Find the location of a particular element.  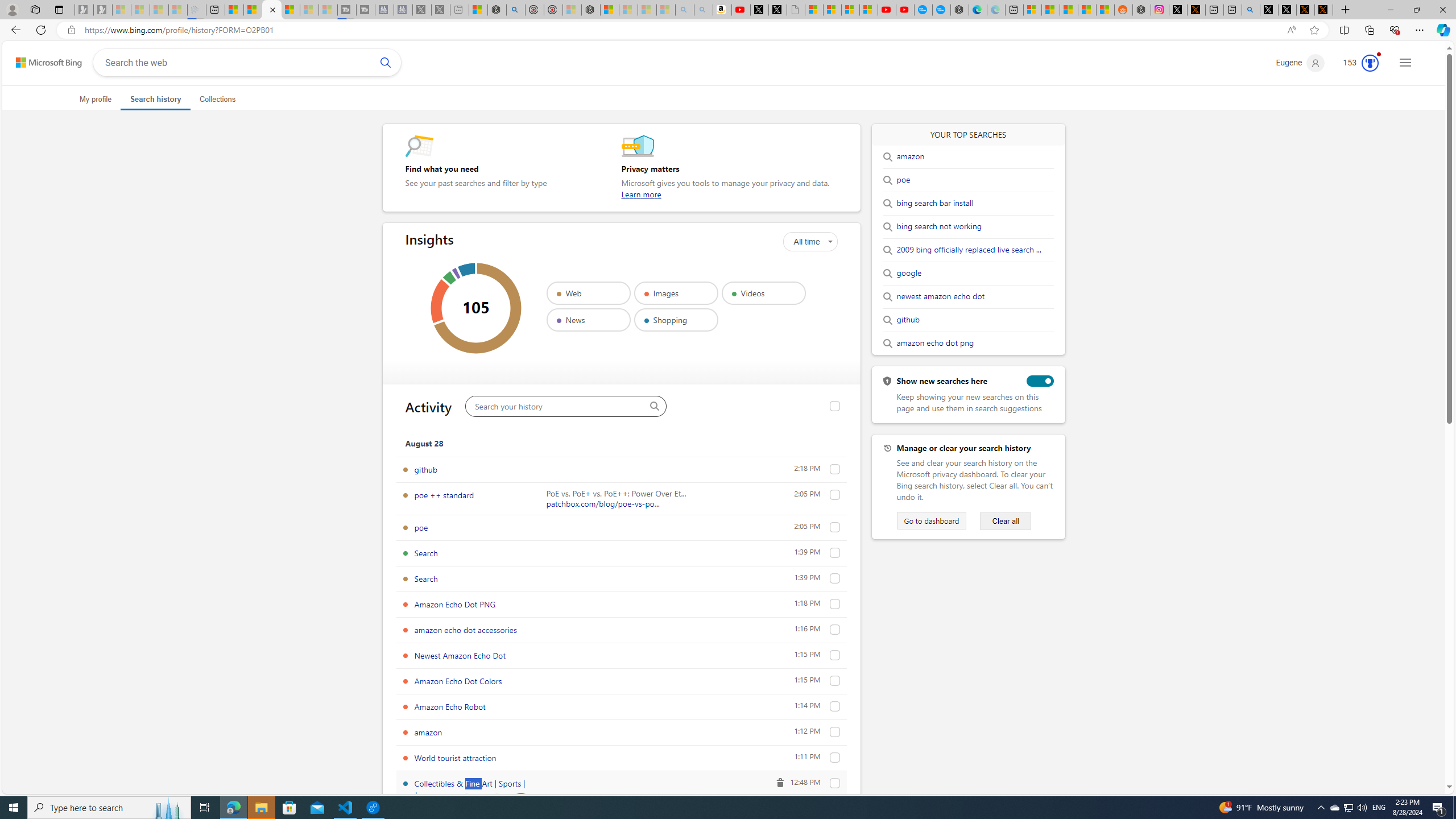

'X Privacy Policy' is located at coordinates (1323, 9).